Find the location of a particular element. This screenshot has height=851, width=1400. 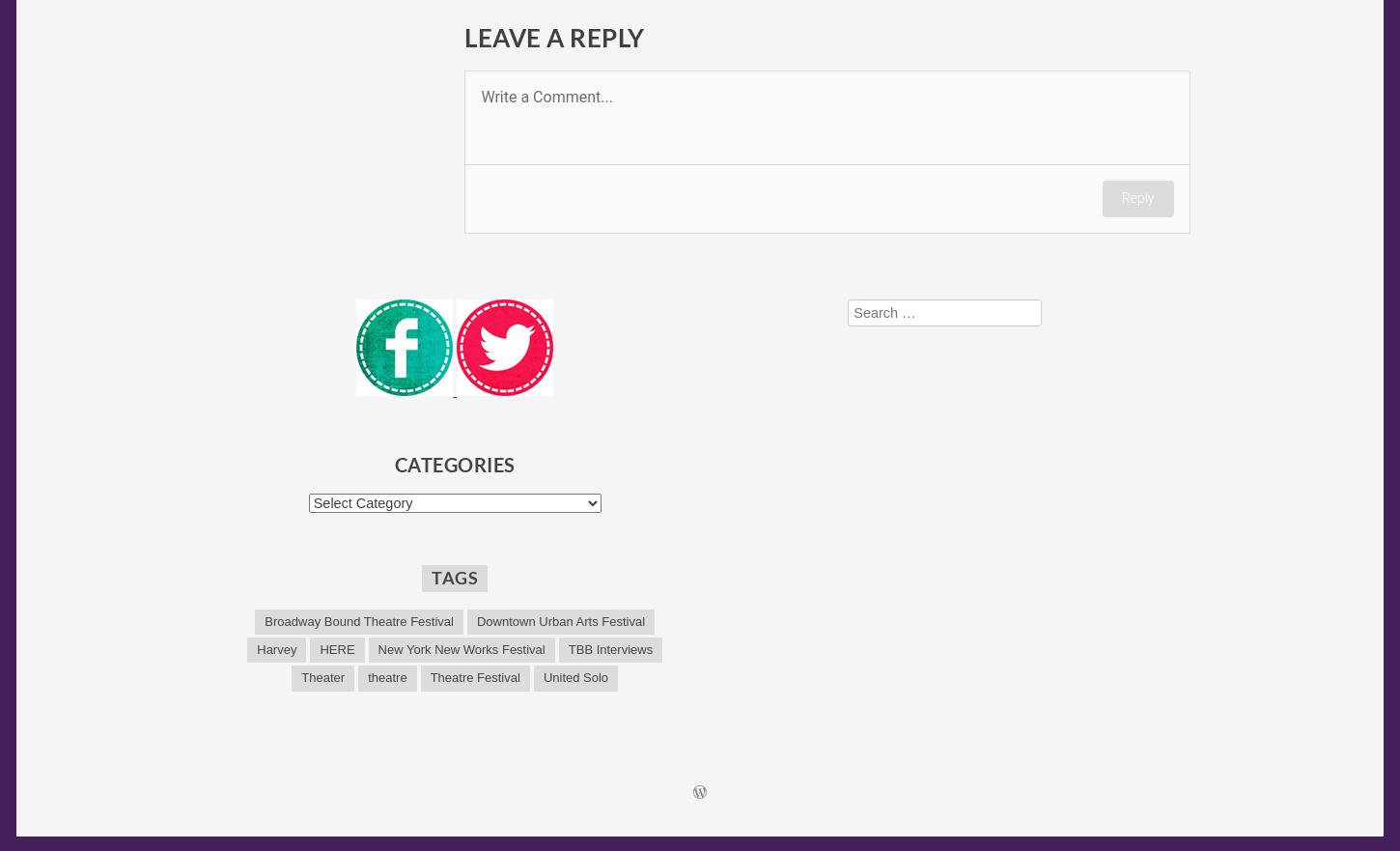

'TBB Interviews' is located at coordinates (609, 649).